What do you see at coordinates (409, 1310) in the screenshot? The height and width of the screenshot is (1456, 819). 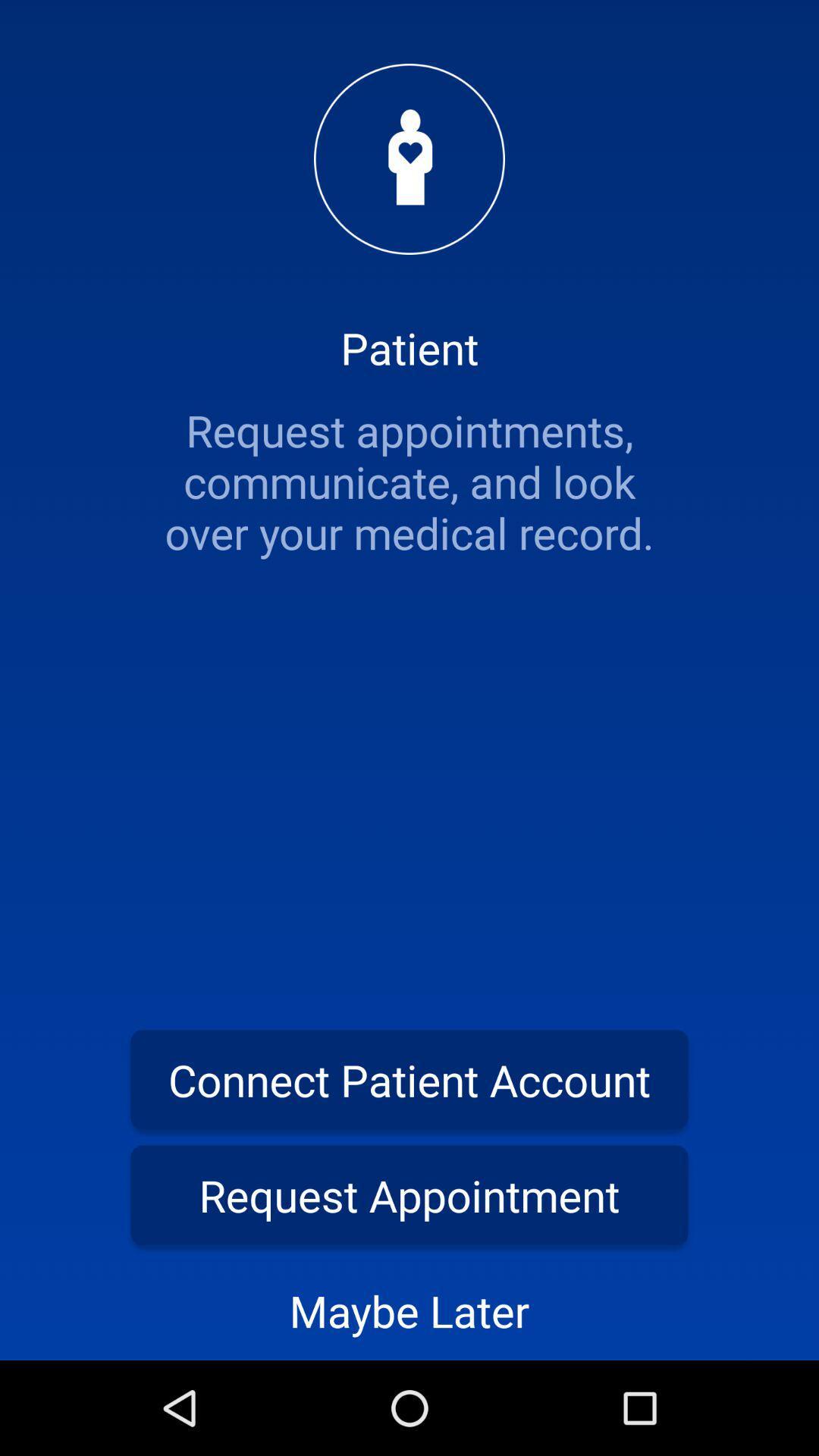 I see `the maybe later item` at bounding box center [409, 1310].